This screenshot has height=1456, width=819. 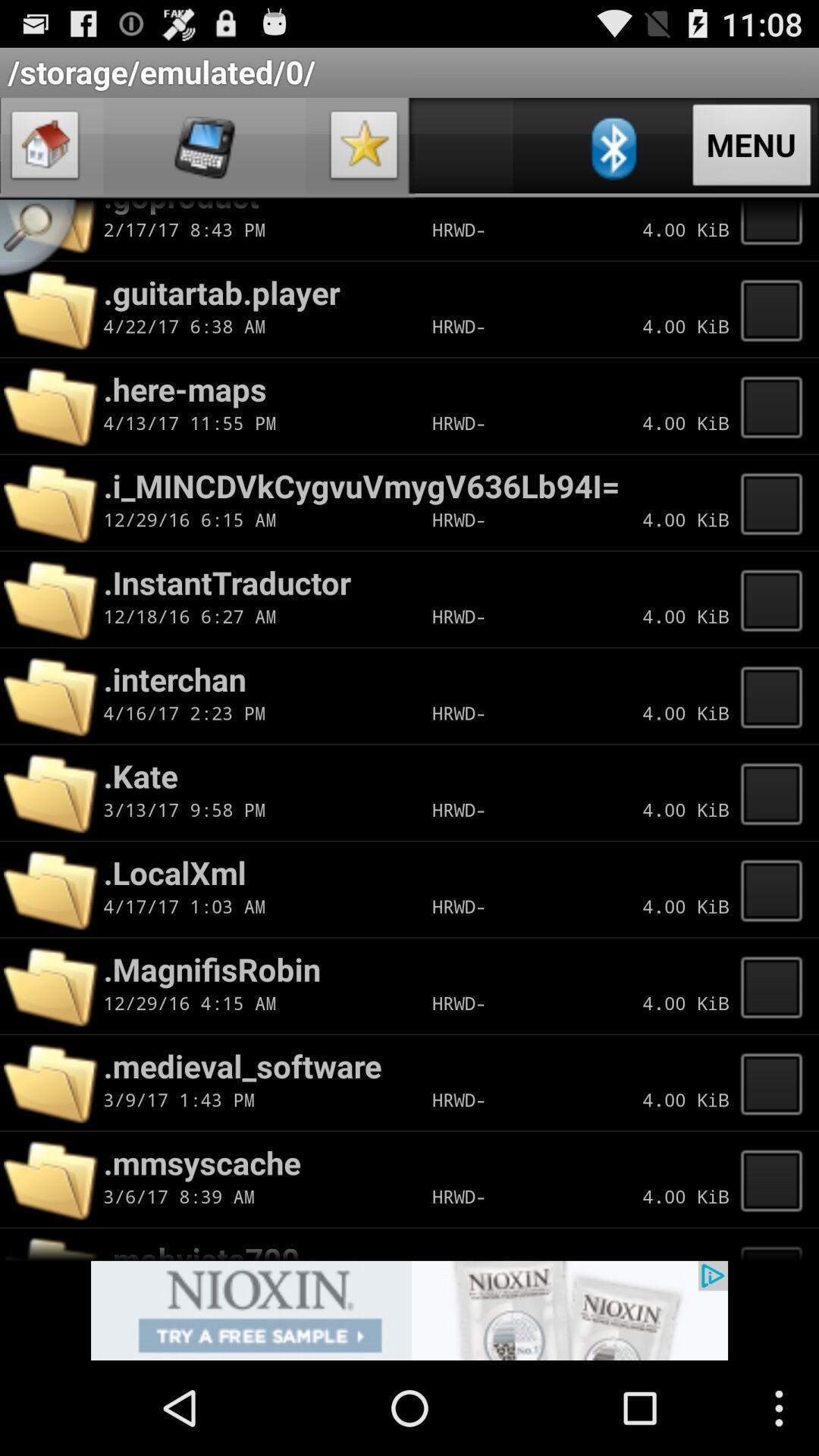 What do you see at coordinates (776, 695) in the screenshot?
I see `page` at bounding box center [776, 695].